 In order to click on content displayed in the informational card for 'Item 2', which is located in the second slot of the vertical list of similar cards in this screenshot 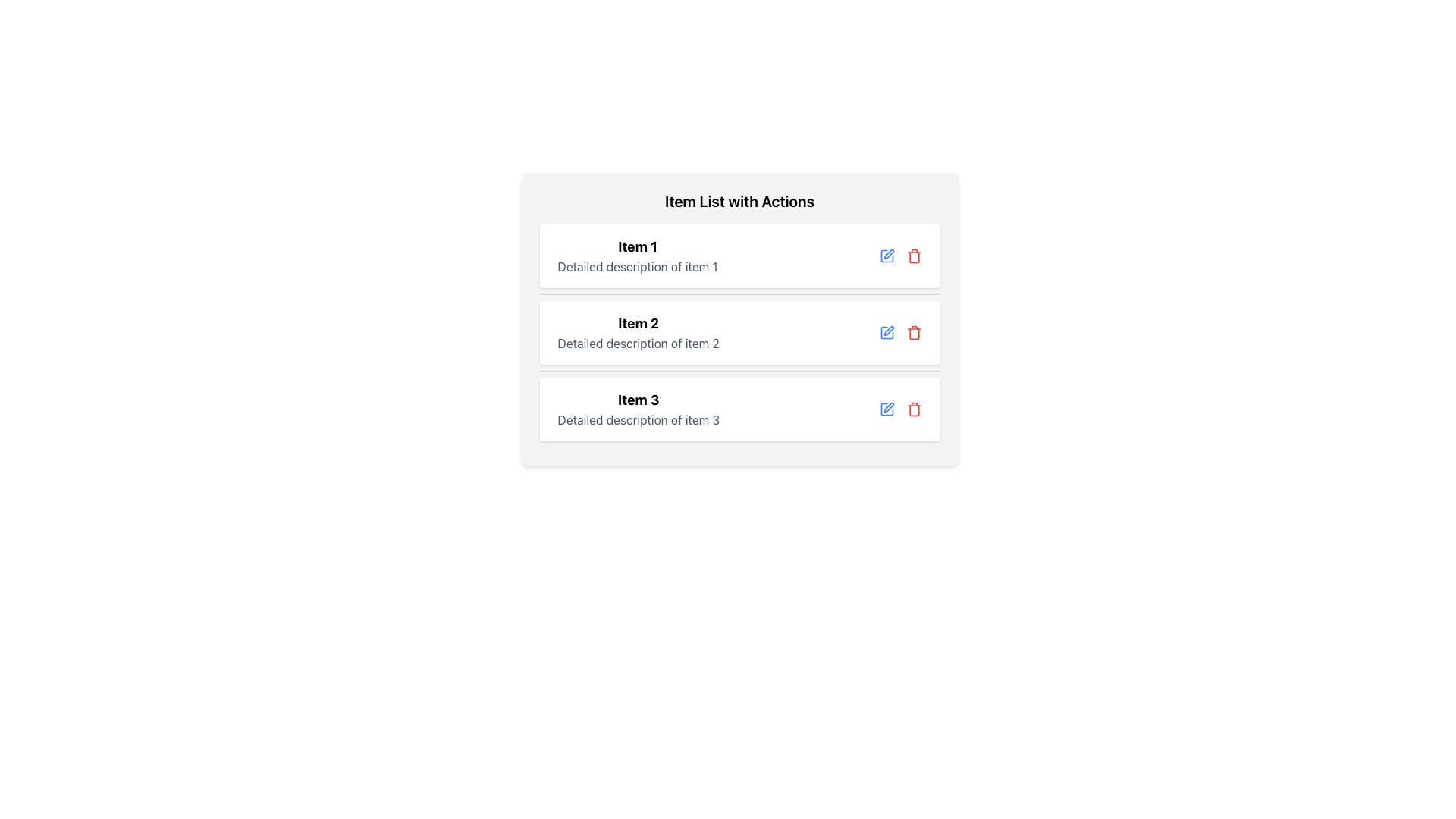, I will do `click(739, 332)`.